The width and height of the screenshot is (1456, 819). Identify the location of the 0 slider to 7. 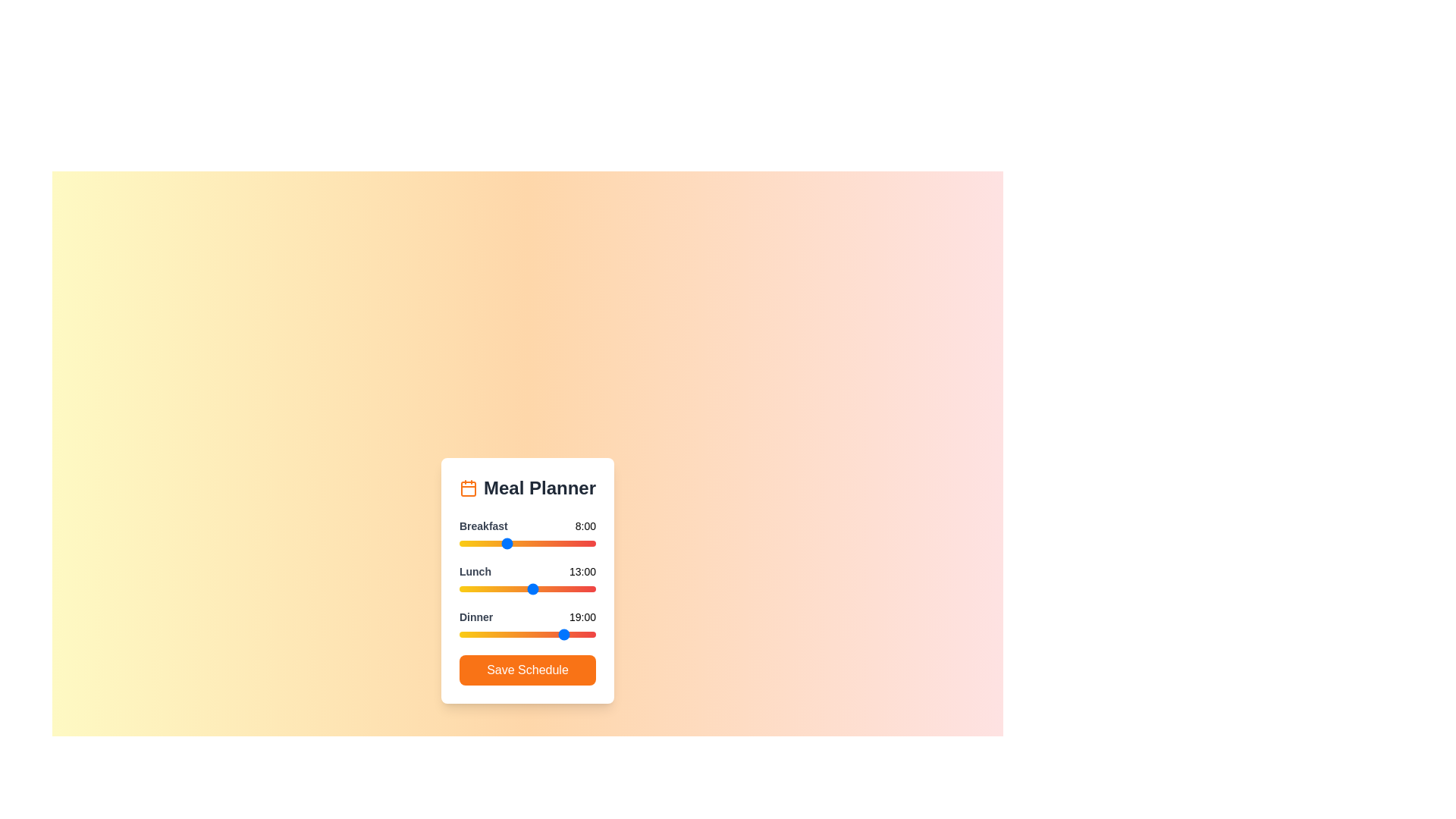
(499, 543).